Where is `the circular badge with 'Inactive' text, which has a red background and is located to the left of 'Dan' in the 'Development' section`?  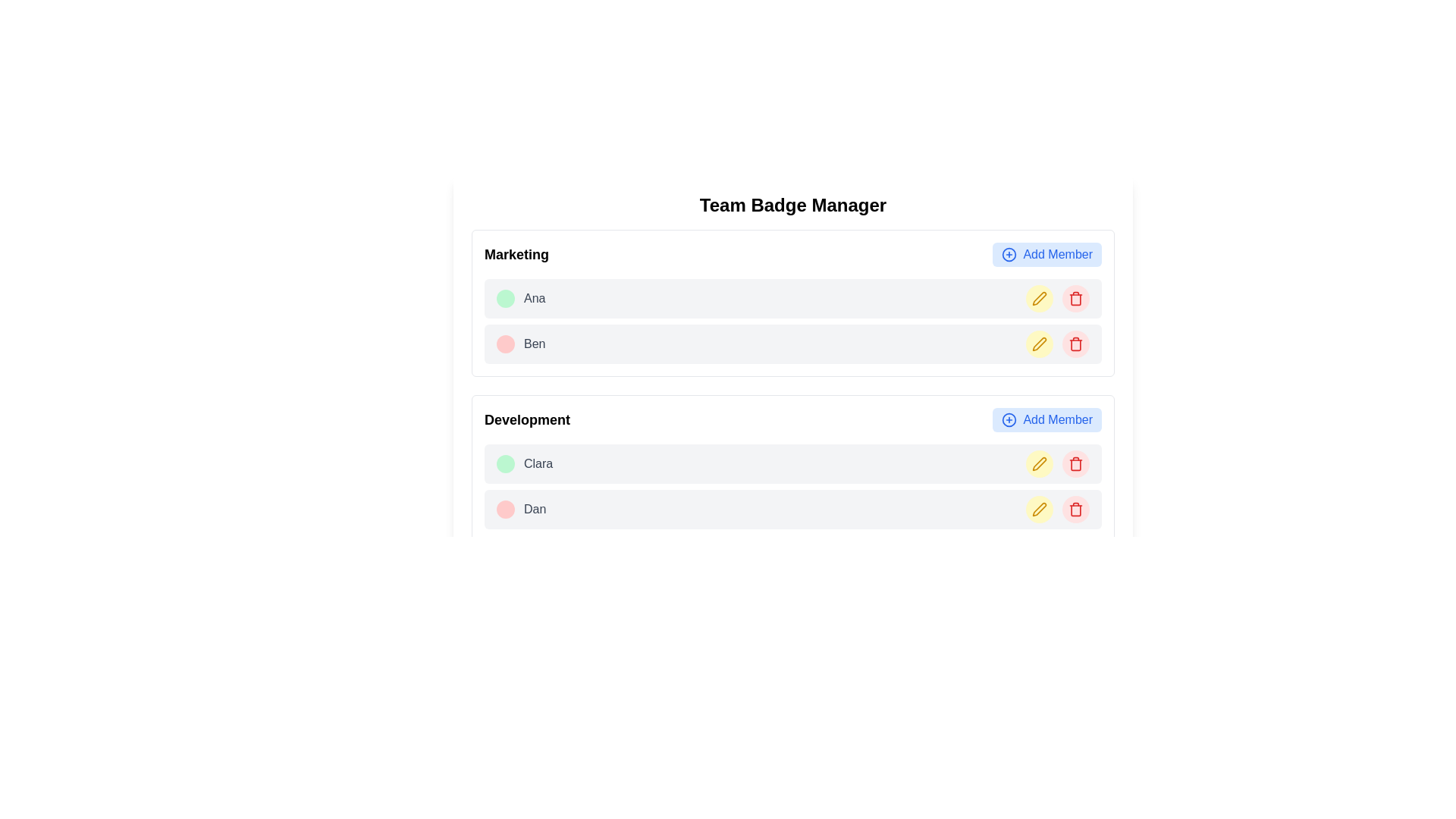 the circular badge with 'Inactive' text, which has a red background and is located to the left of 'Dan' in the 'Development' section is located at coordinates (506, 509).